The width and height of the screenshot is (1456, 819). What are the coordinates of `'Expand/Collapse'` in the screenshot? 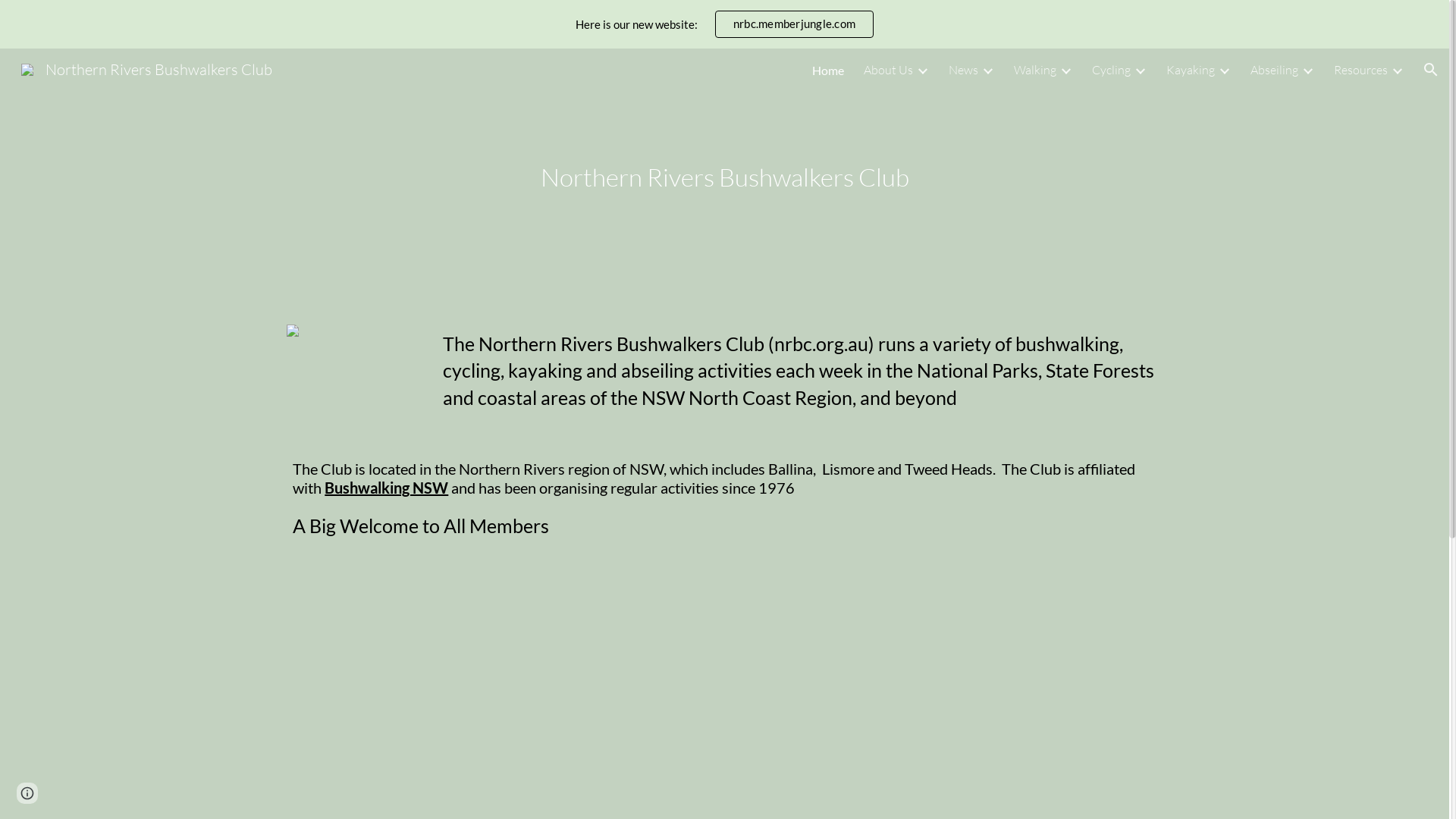 It's located at (1390, 70).